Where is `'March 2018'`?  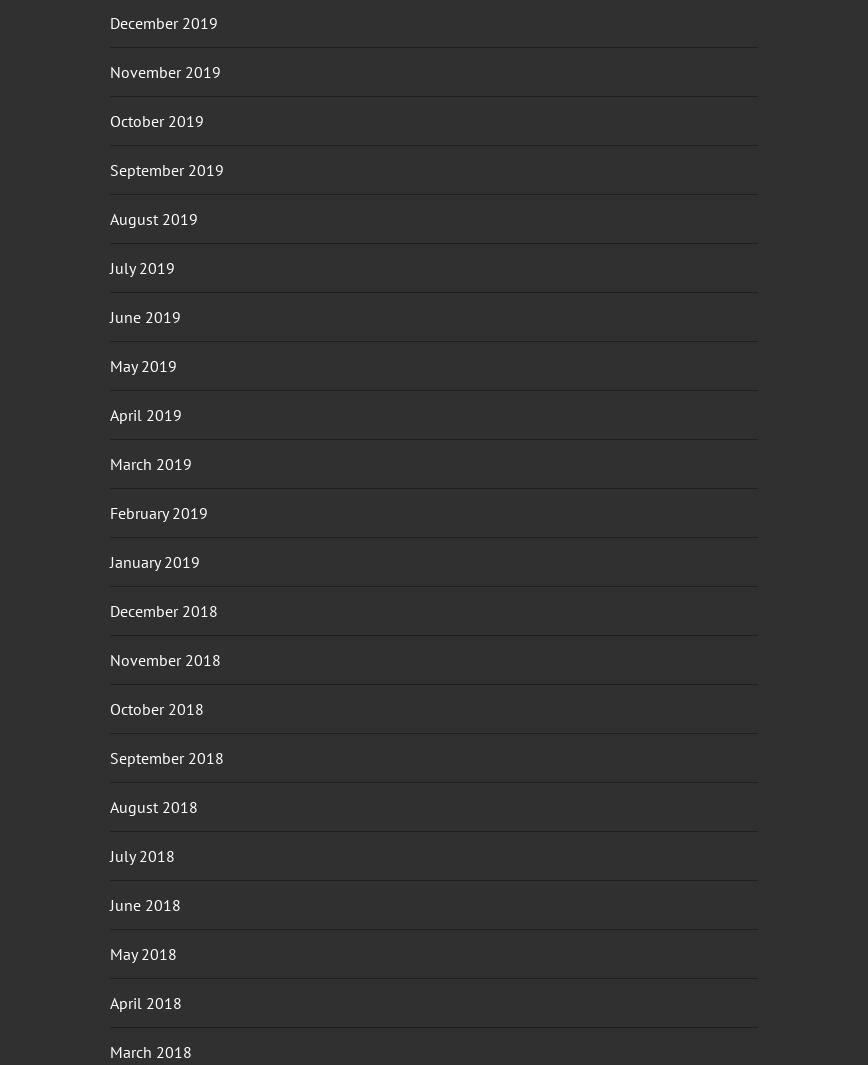 'March 2018' is located at coordinates (151, 1051).